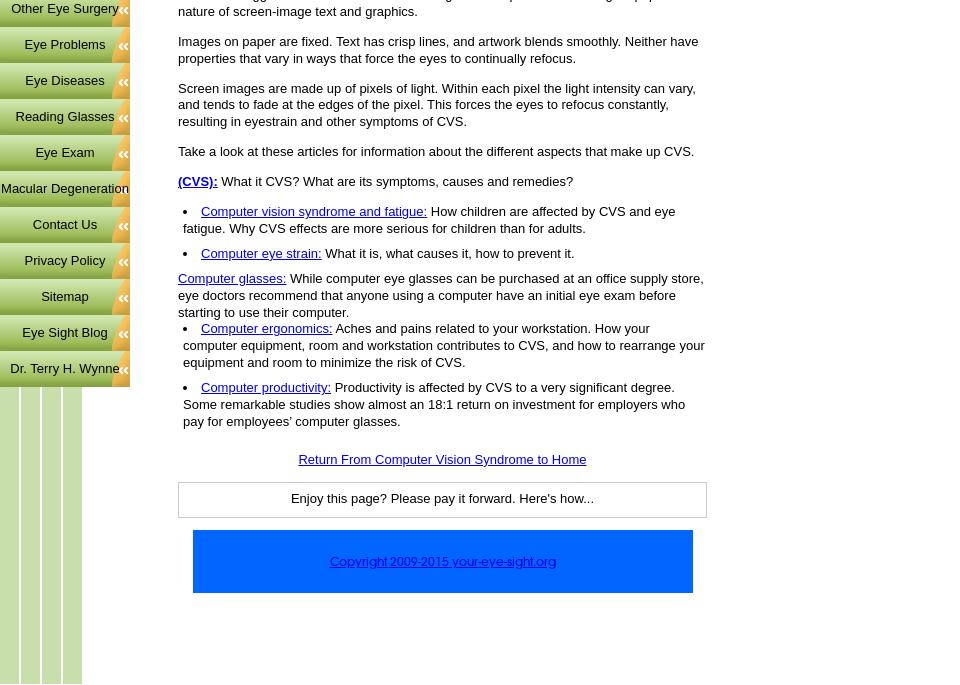 The height and width of the screenshot is (685, 960). Describe the element at coordinates (10, 6) in the screenshot. I see `'Other Eye Surgery'` at that location.